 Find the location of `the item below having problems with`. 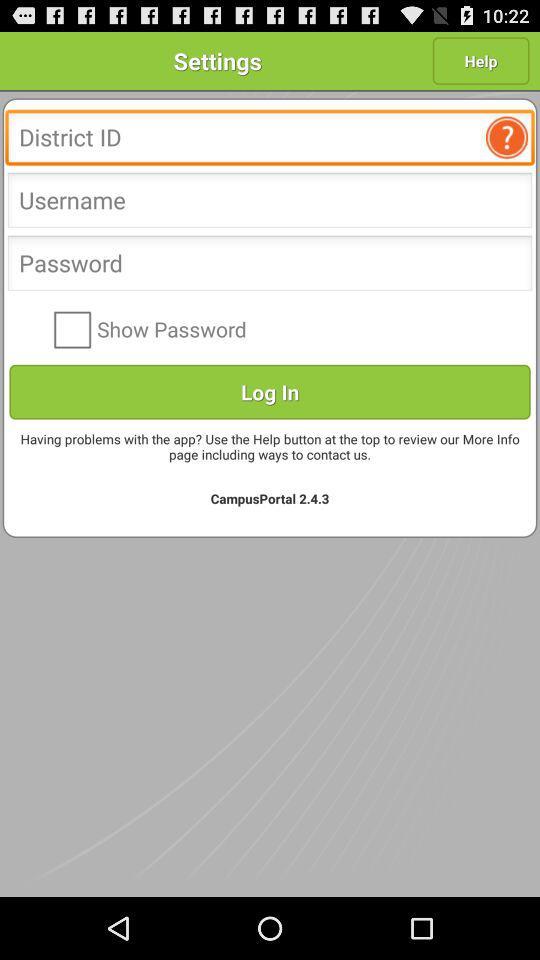

the item below having problems with is located at coordinates (270, 497).